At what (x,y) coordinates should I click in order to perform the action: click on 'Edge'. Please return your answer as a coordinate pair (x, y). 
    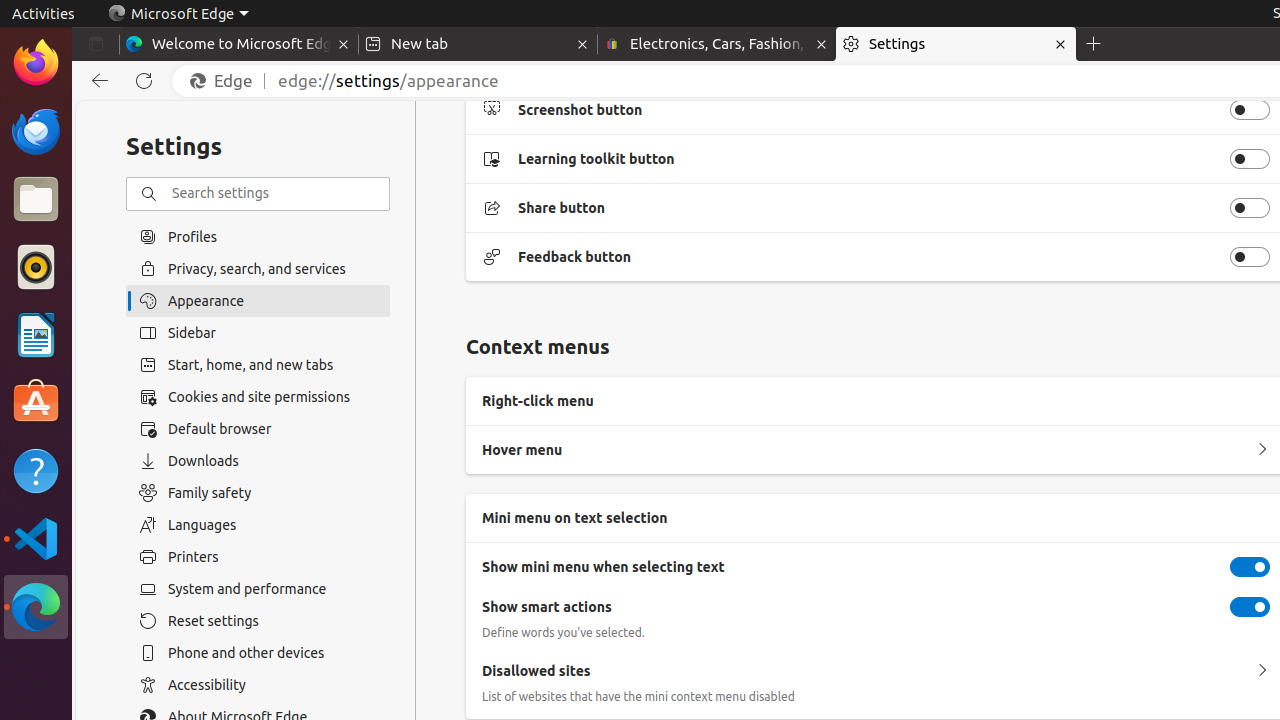
    Looking at the image, I should click on (226, 80).